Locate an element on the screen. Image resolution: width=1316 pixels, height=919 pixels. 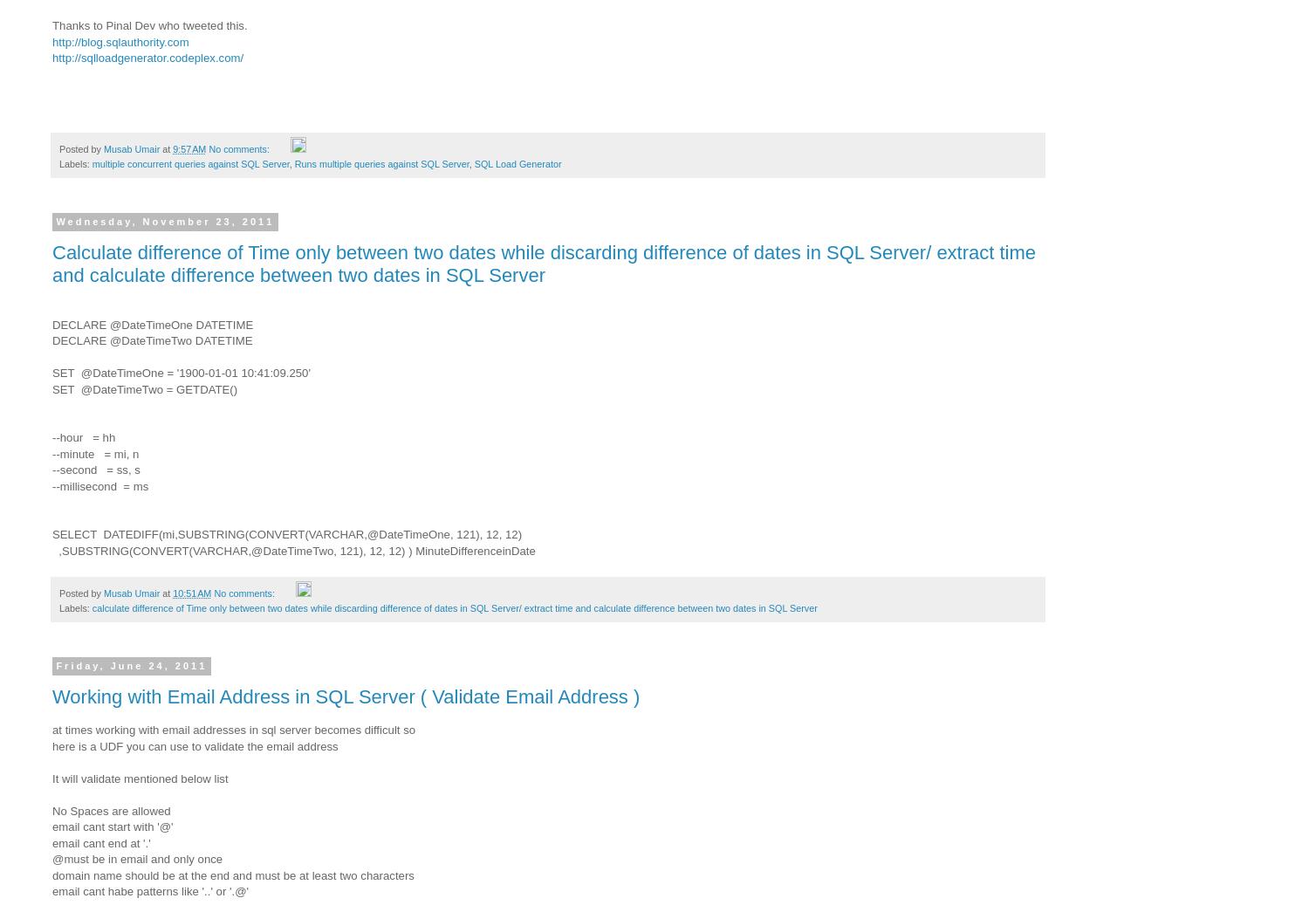
'@DateTimeOne = '1900-01-01 10:41:09.250'' is located at coordinates (194, 373).